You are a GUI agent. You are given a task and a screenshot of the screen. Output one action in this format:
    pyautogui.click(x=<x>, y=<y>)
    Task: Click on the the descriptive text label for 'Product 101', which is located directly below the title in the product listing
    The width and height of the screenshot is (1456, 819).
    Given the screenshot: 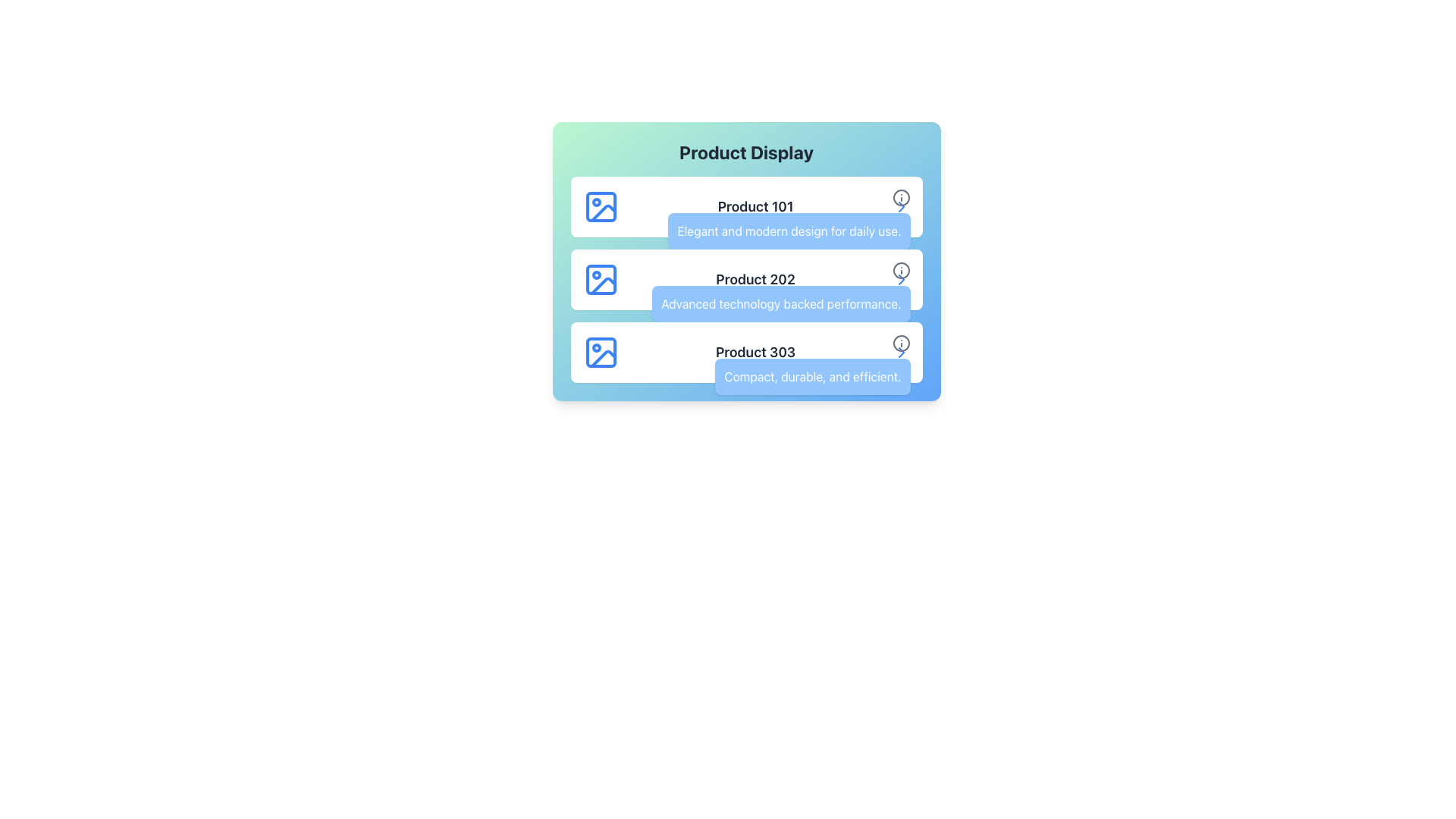 What is the action you would take?
    pyautogui.click(x=789, y=231)
    